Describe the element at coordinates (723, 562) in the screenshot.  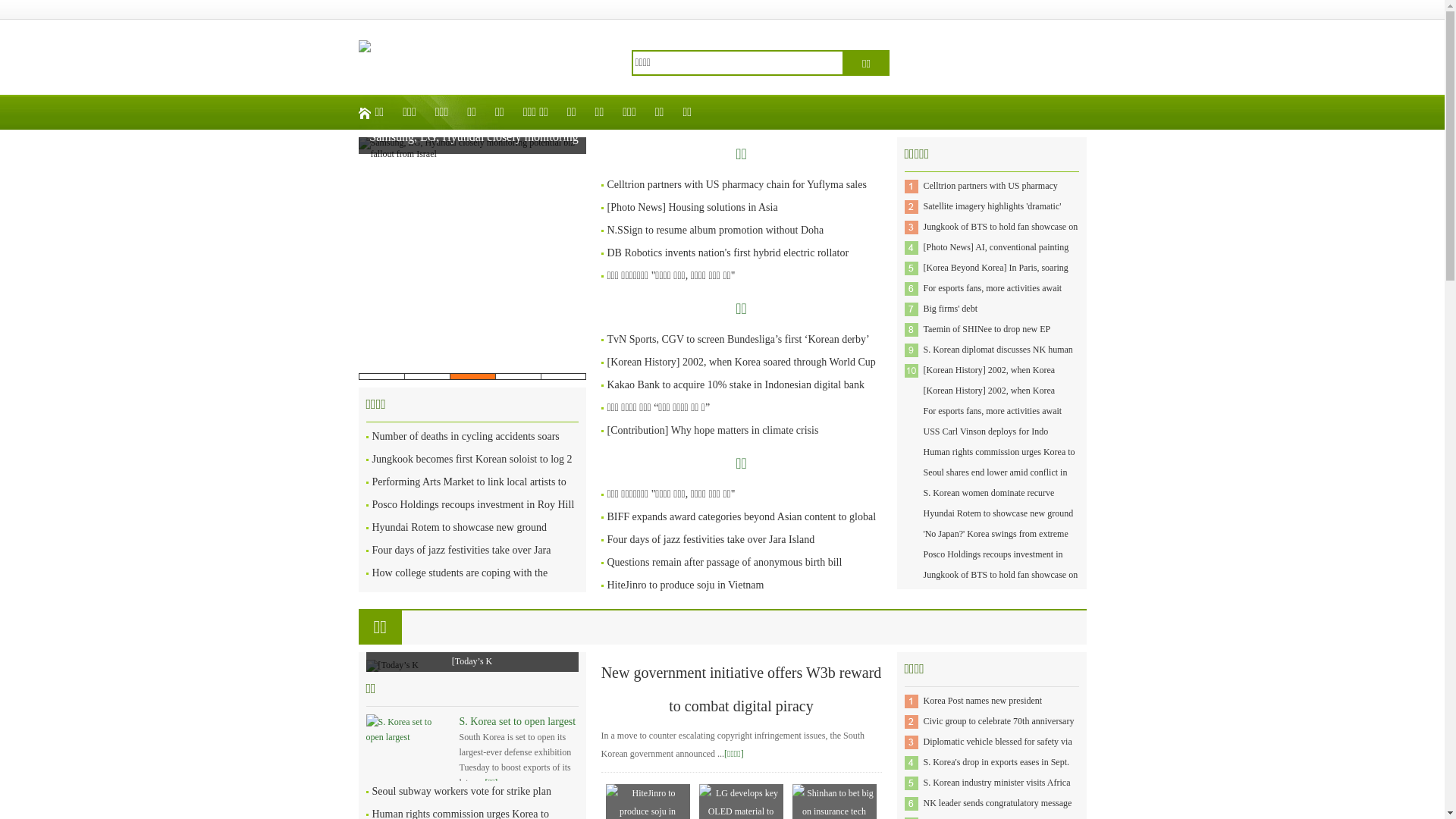
I see `'Questions remain after passage of anonymous birth bill'` at that location.